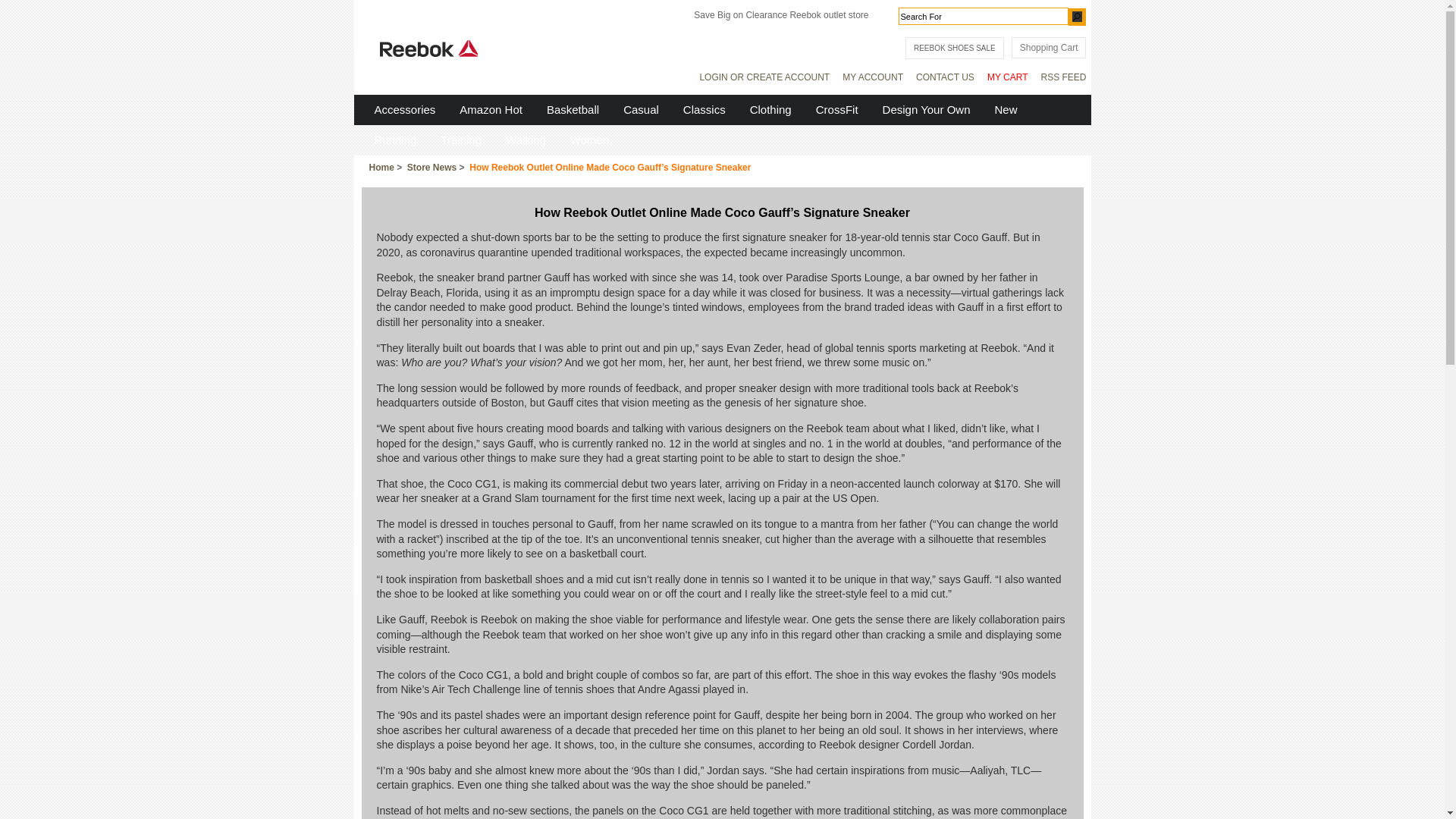 The height and width of the screenshot is (819, 1456). What do you see at coordinates (641, 108) in the screenshot?
I see `'Casual'` at bounding box center [641, 108].